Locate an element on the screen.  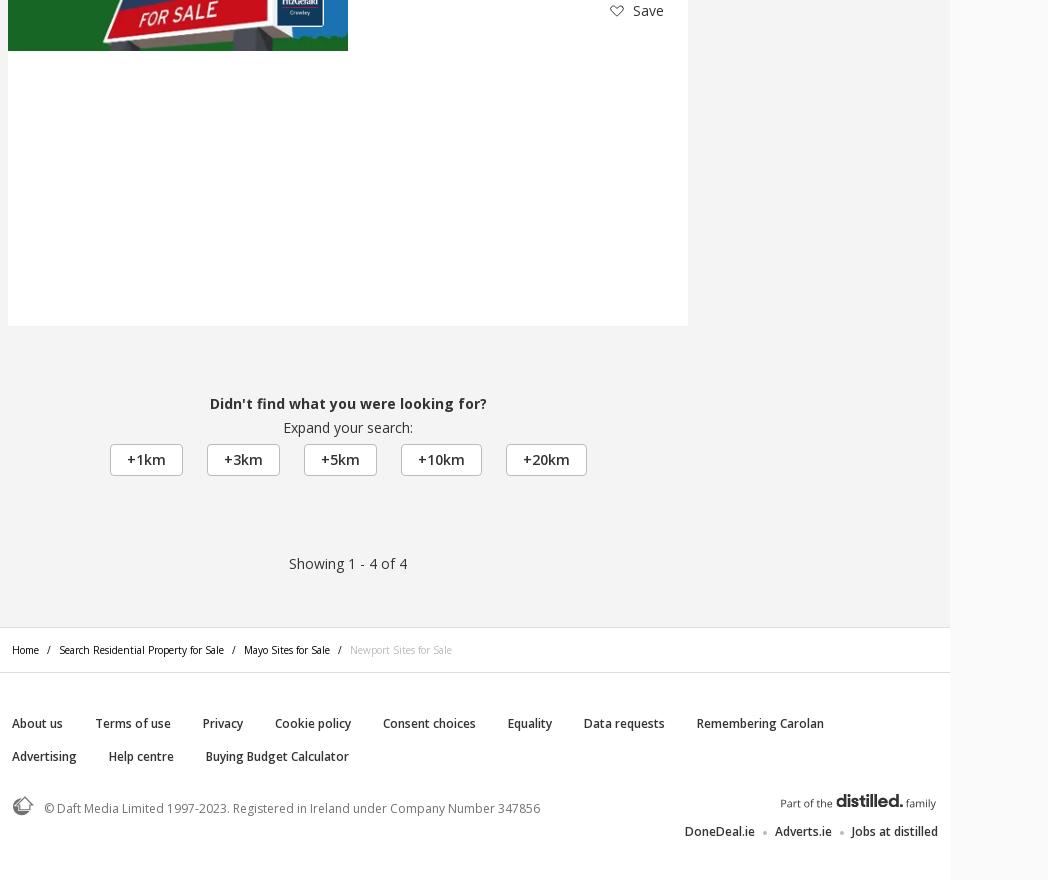
'Didn't find what you were looking for?' is located at coordinates (347, 402).